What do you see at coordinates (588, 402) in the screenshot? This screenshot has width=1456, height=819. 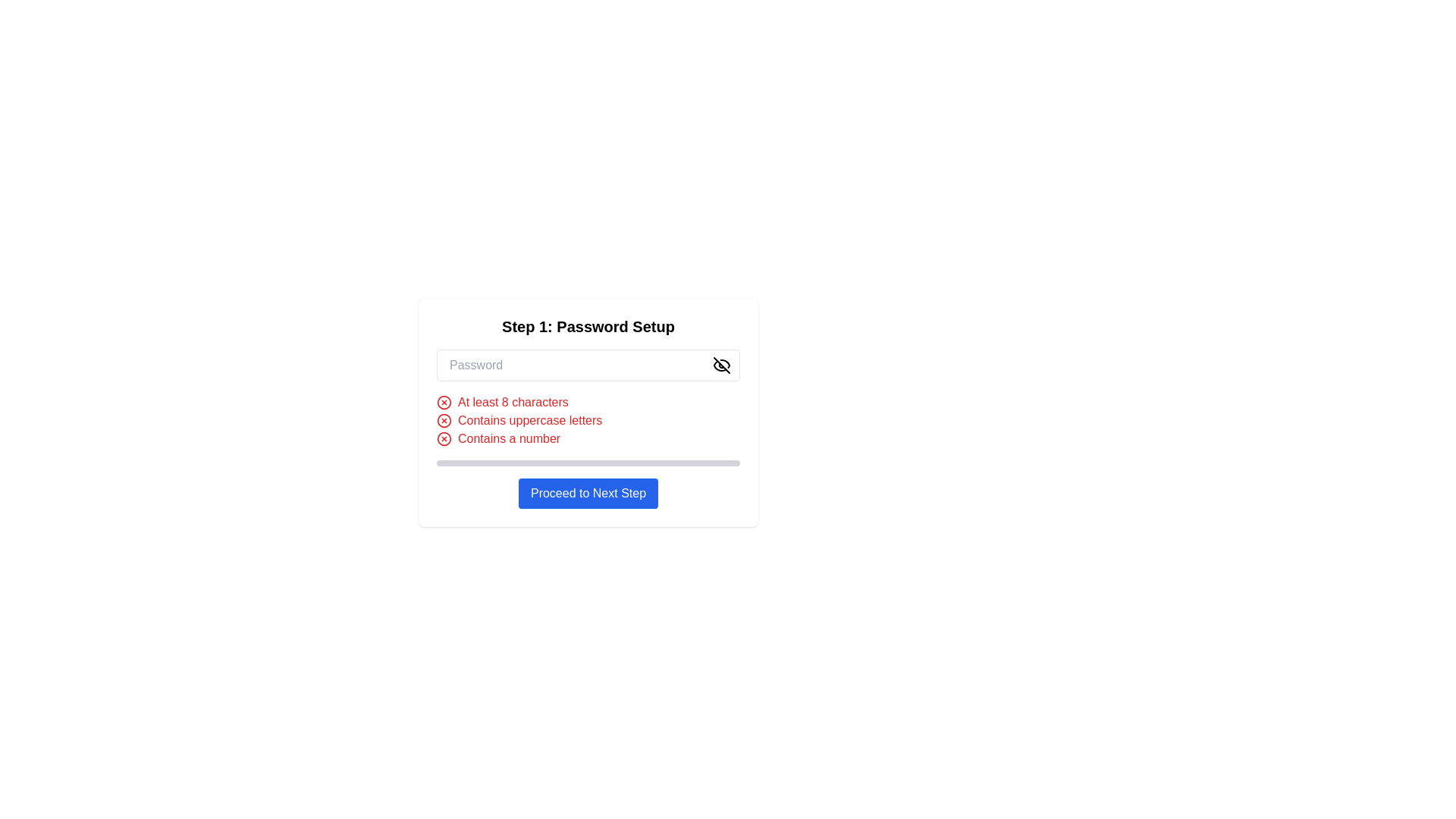 I see `the text item indicating that the password must be at least 8 characters long, which is currently displayed in red and accompanied by a cross icon, to obtain additional information` at bounding box center [588, 402].